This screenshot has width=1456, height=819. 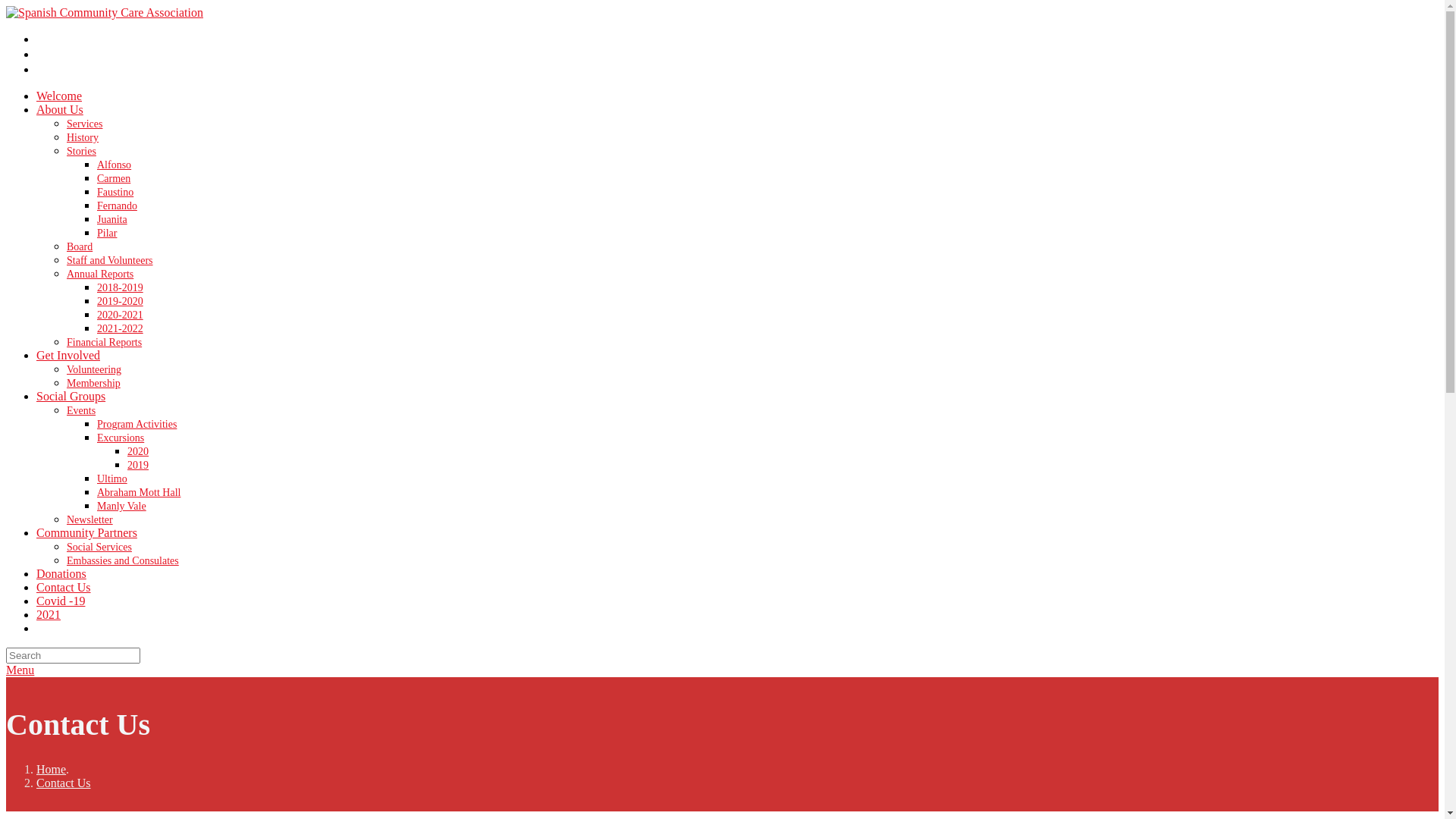 What do you see at coordinates (119, 328) in the screenshot?
I see `'2021-2022'` at bounding box center [119, 328].